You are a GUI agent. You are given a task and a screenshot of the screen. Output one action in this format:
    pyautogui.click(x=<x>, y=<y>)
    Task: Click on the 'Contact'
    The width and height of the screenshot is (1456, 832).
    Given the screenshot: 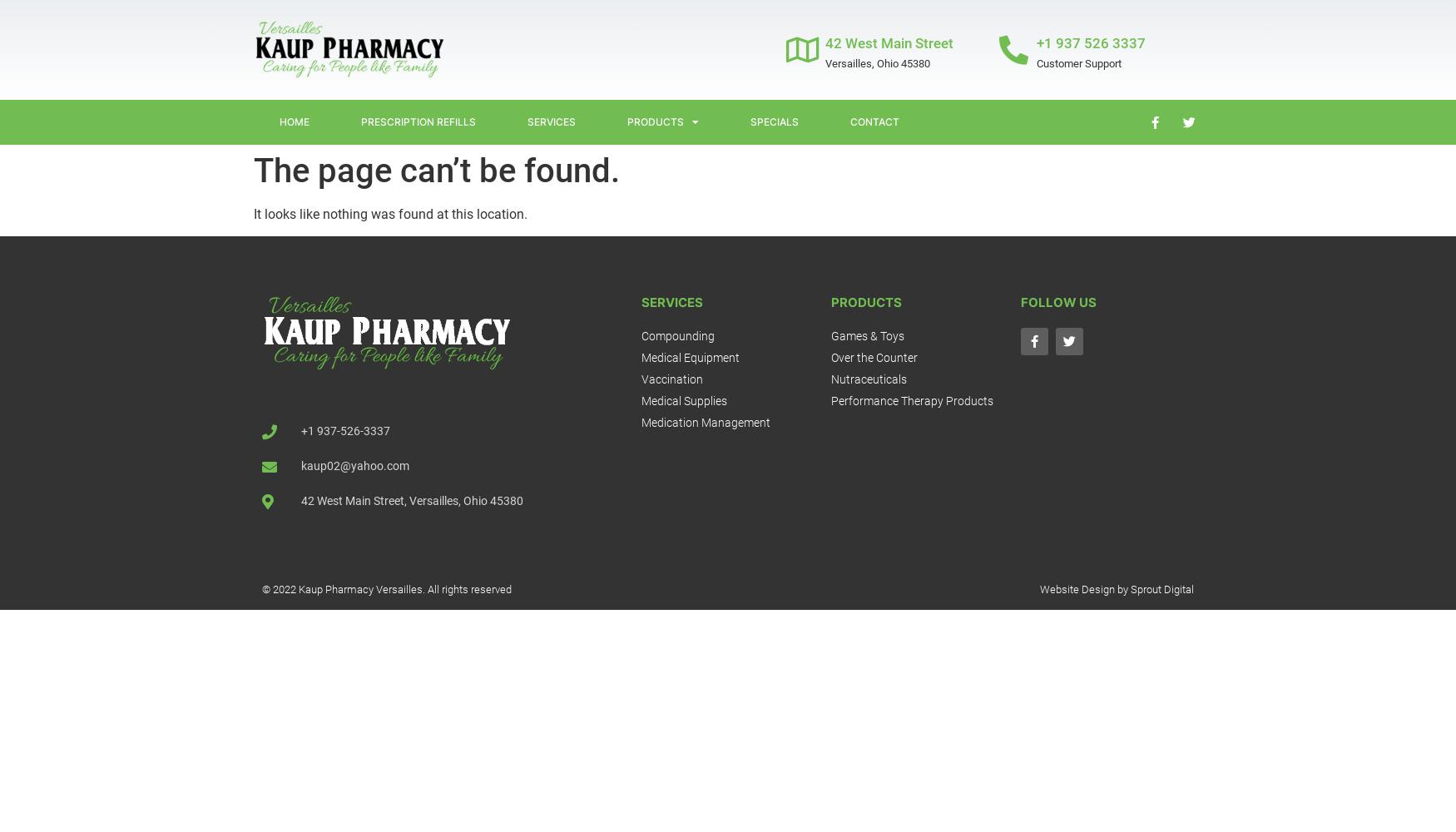 What is the action you would take?
    pyautogui.click(x=874, y=121)
    